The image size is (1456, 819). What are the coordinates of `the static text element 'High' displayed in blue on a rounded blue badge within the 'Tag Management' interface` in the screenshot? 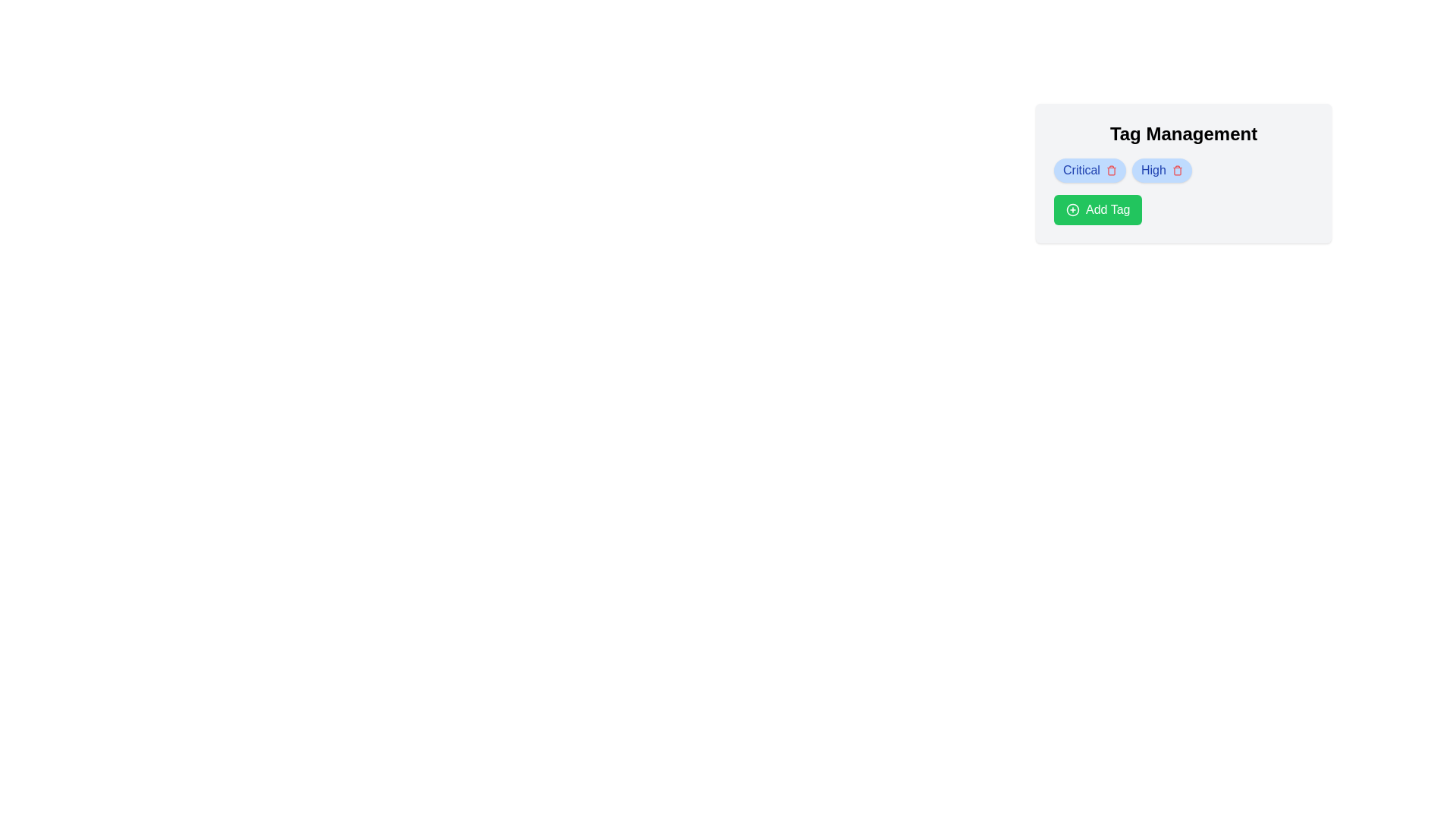 It's located at (1153, 170).